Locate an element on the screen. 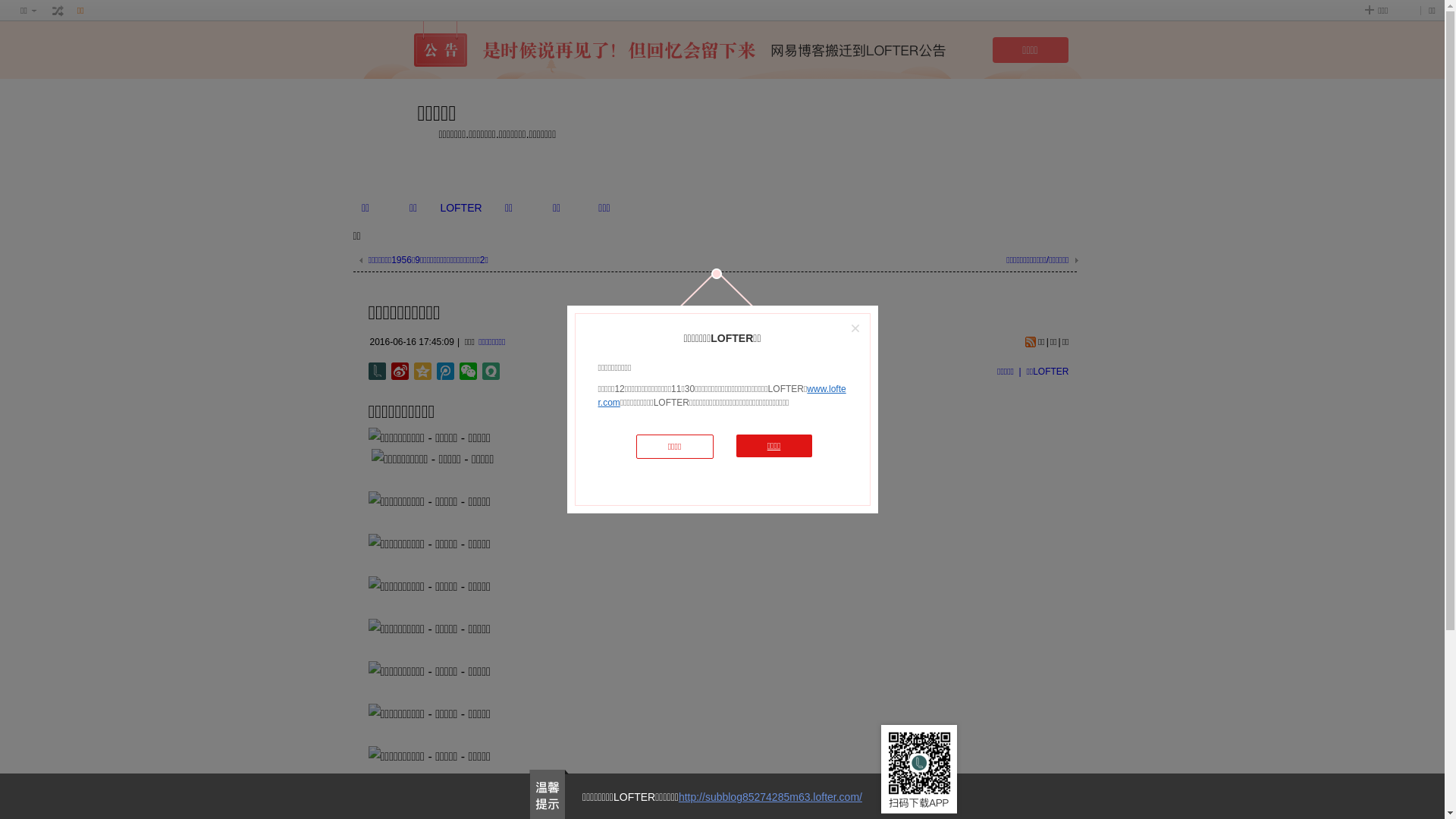  'LOFTER' is located at coordinates (460, 207).